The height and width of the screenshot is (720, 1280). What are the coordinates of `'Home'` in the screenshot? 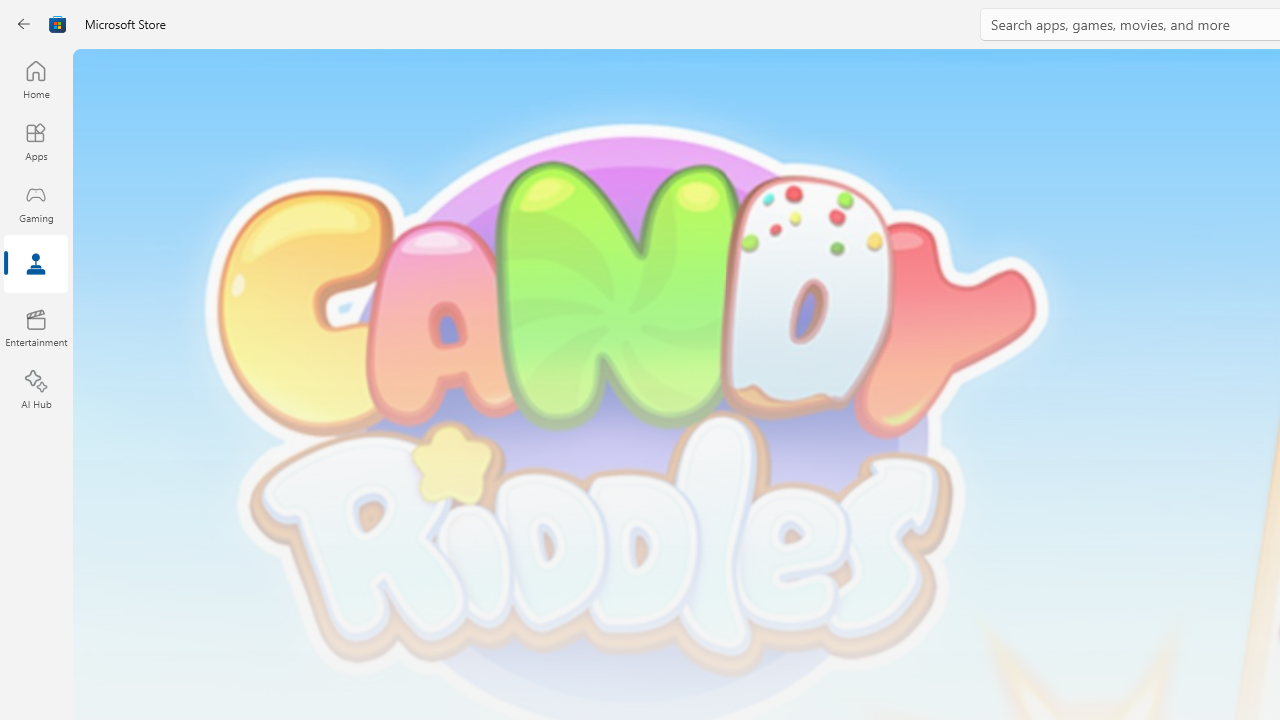 It's located at (35, 78).